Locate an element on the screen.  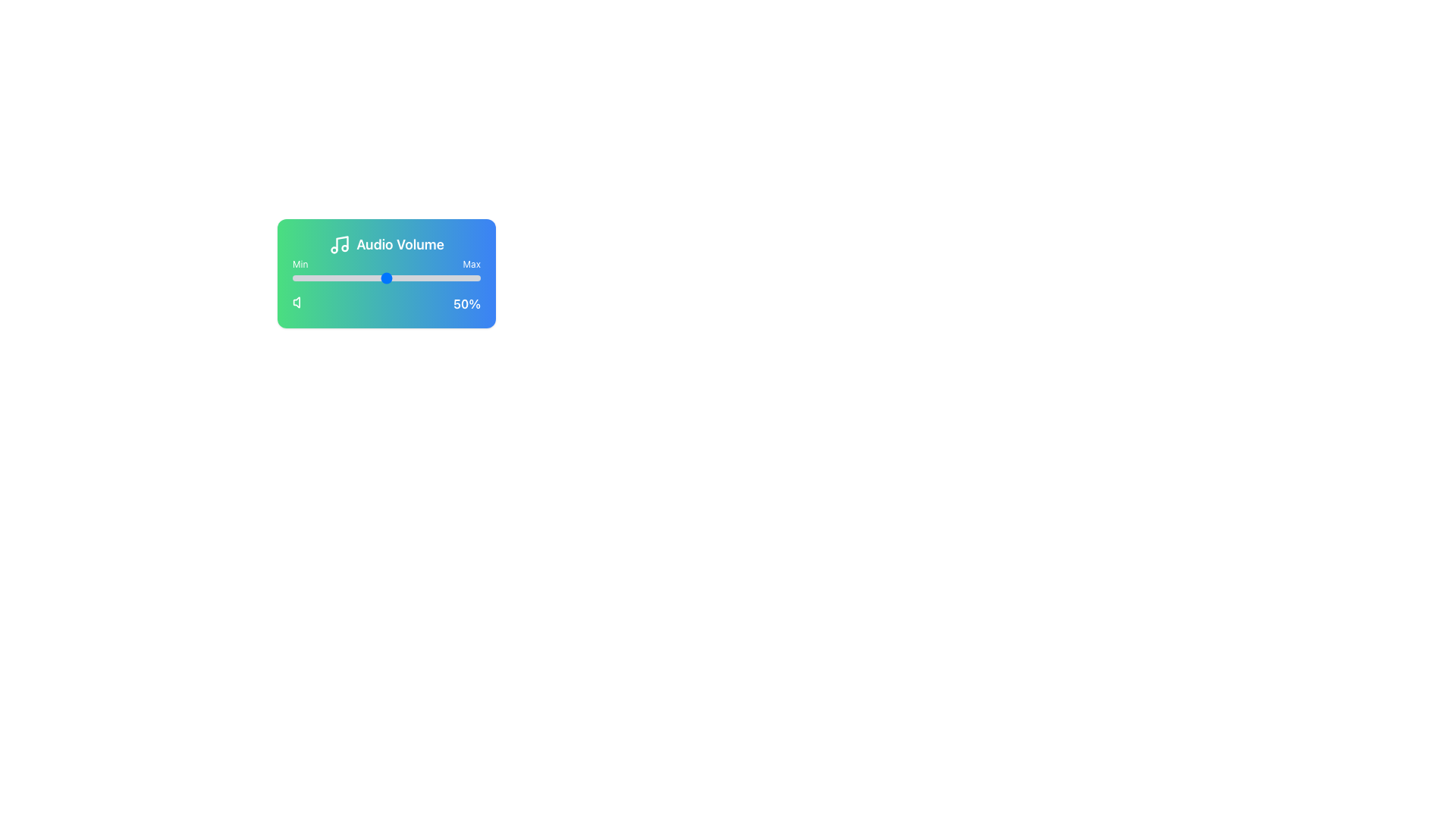
the volume is located at coordinates (425, 278).